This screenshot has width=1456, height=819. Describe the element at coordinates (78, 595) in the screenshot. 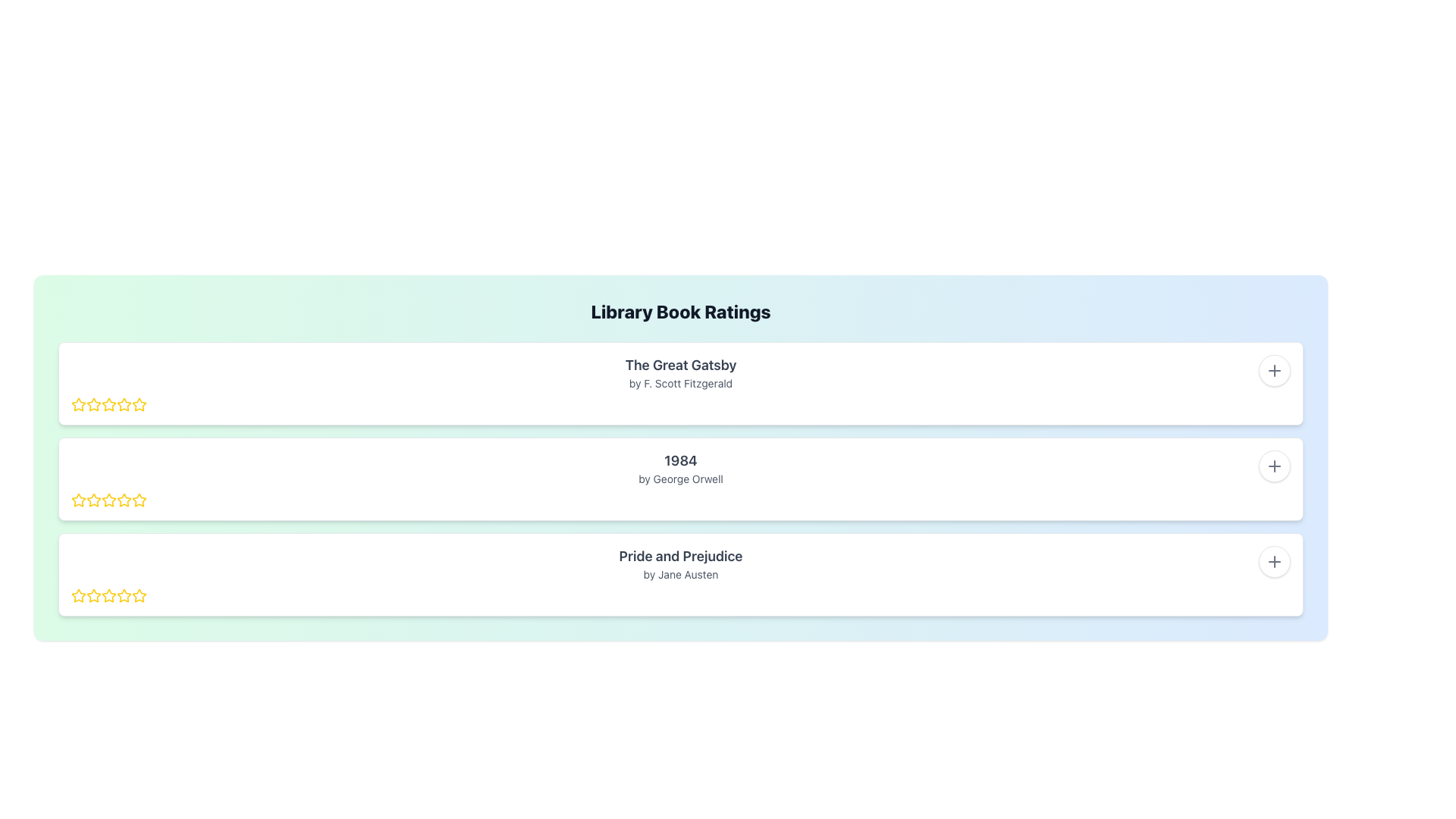

I see `the first star icon in the rating section for the third book item to rate the item` at that location.